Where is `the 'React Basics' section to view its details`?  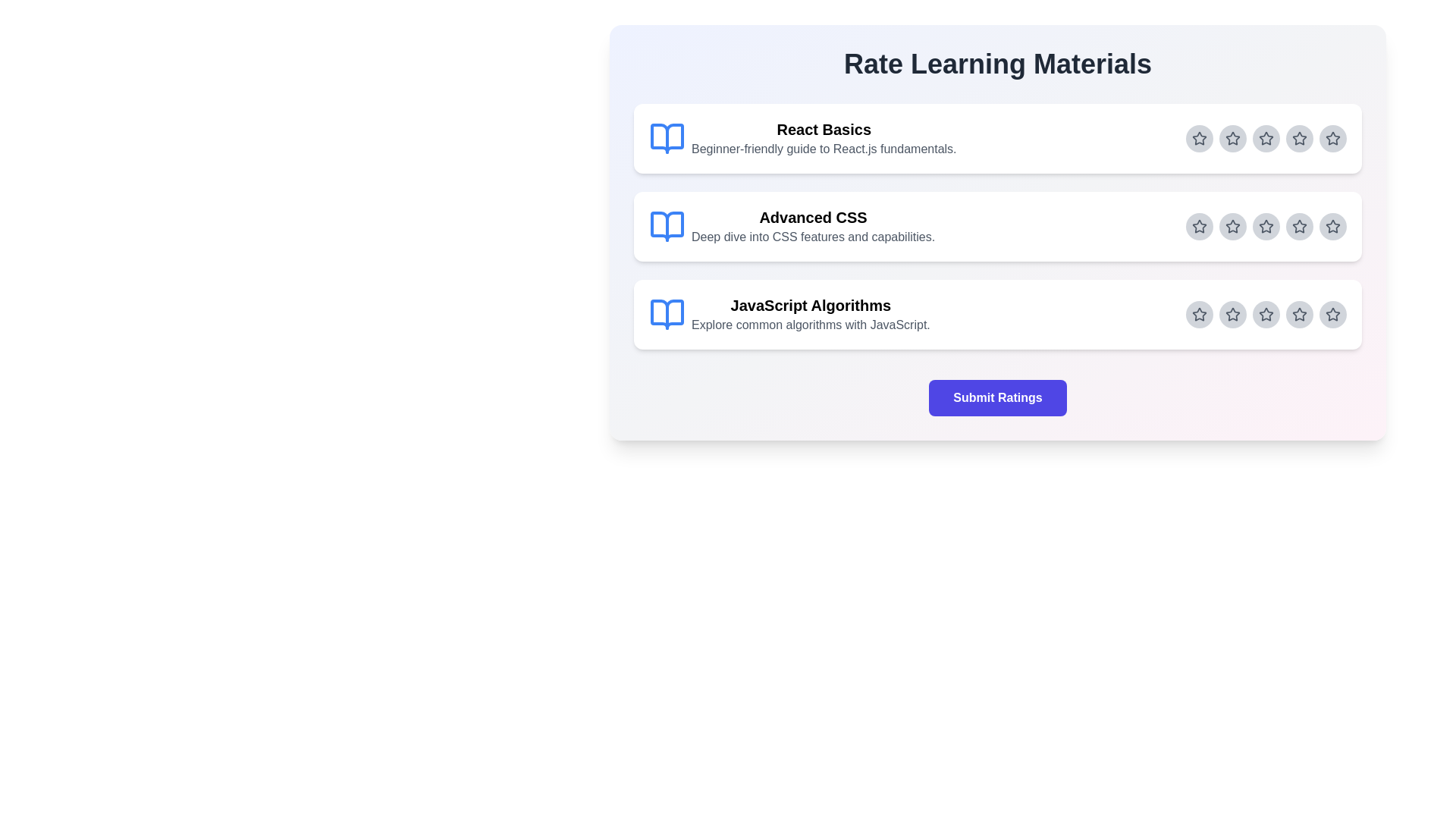
the 'React Basics' section to view its details is located at coordinates (997, 138).